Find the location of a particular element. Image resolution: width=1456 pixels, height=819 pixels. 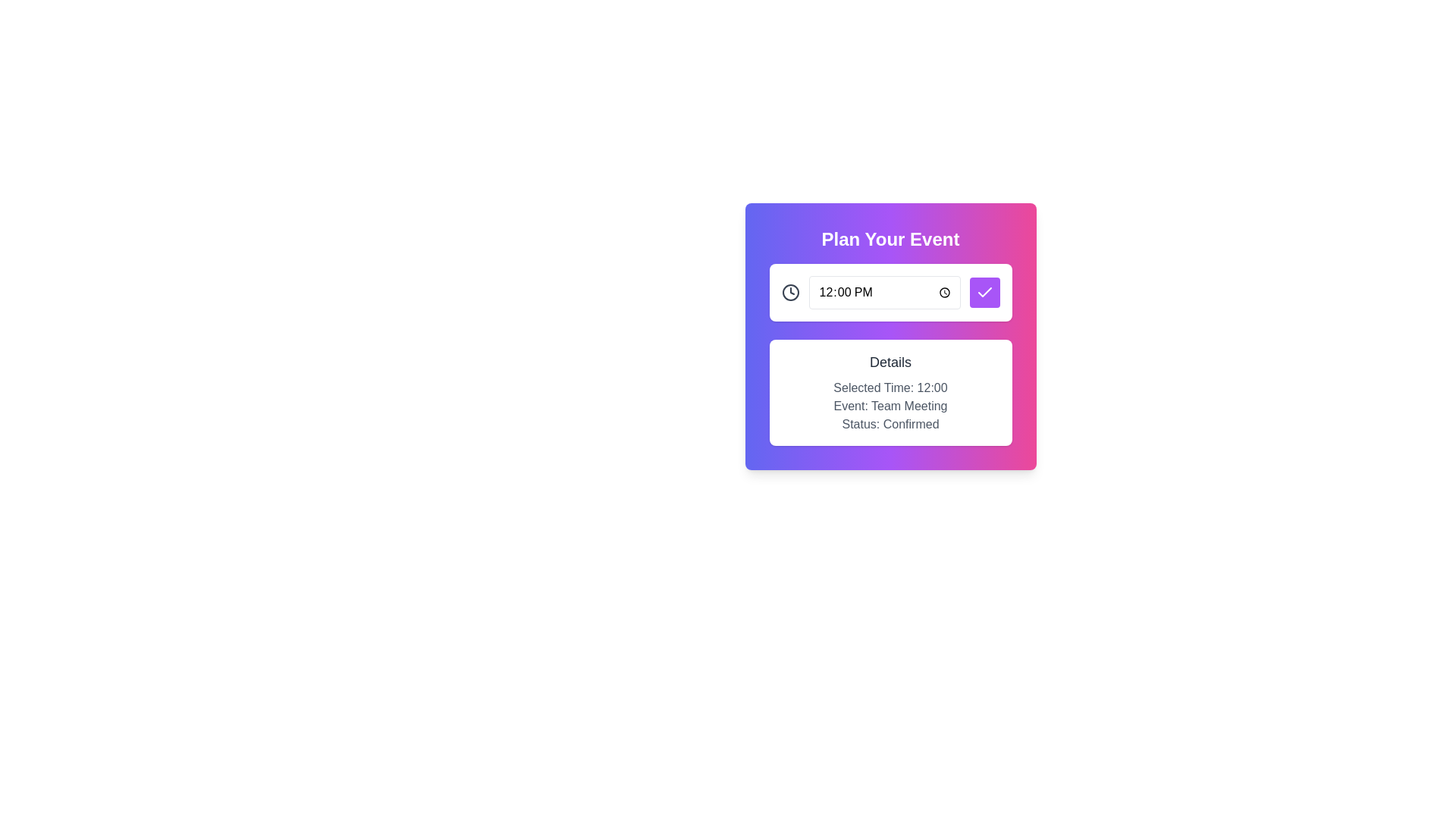

the Informational panel or card that displays detailed information about a planned event, located below the input section in the 'Plan Your Event' card is located at coordinates (890, 391).